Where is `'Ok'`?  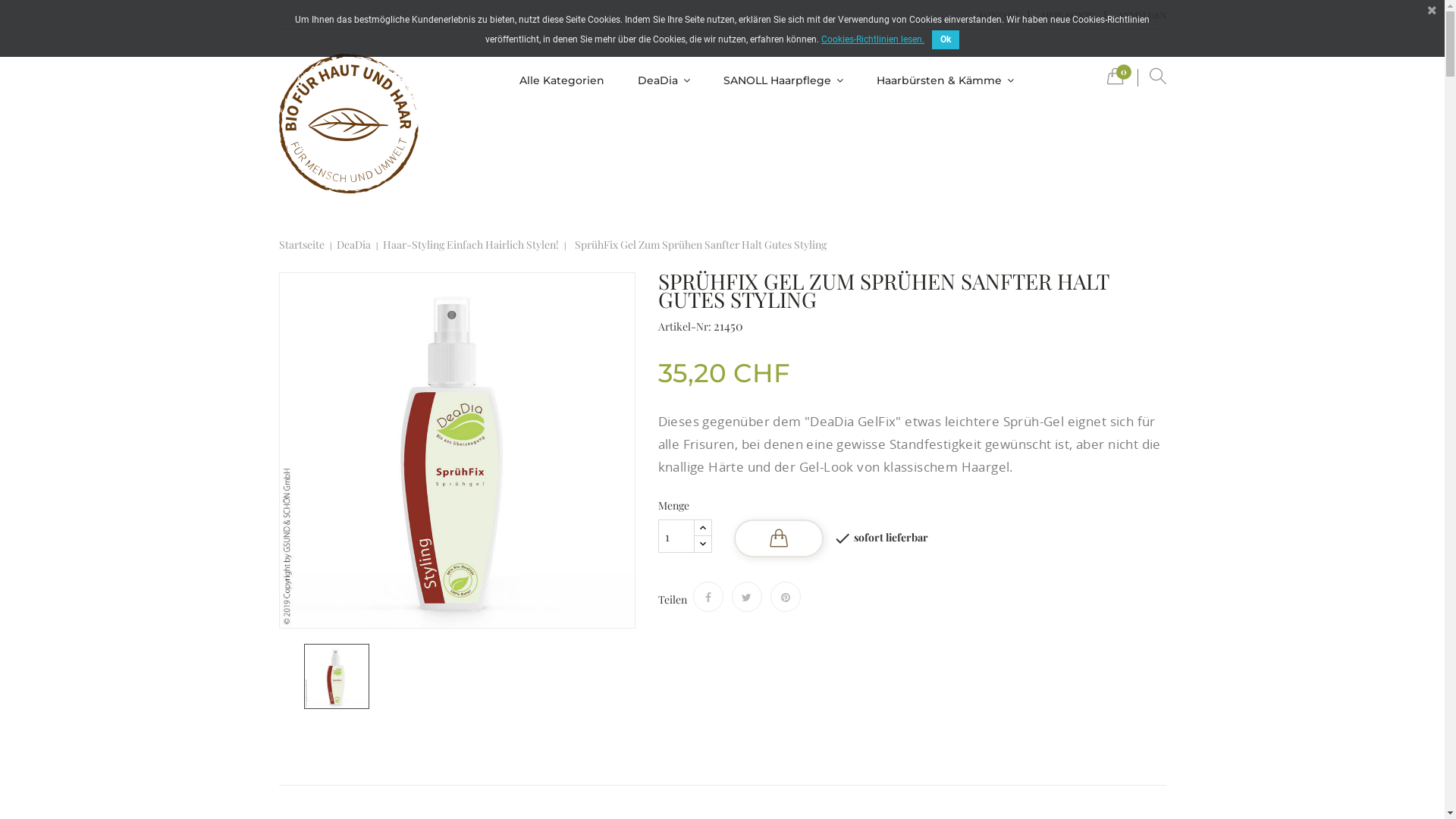 'Ok' is located at coordinates (930, 38).